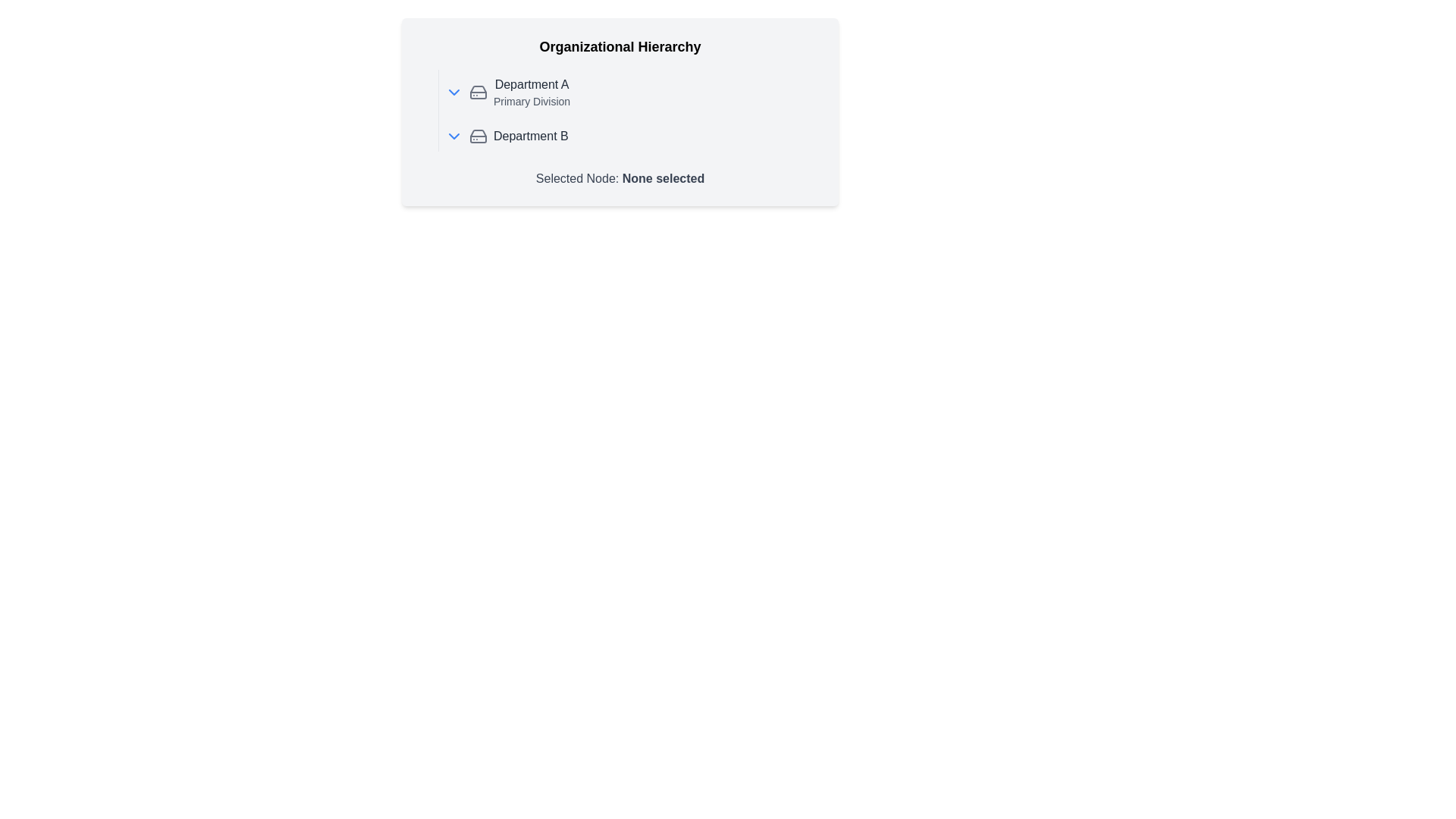 This screenshot has width=1456, height=819. What do you see at coordinates (620, 177) in the screenshot?
I see `the text label that indicates the currently selected node in the organizational hierarchy, located at the bottom of the hierarchy card below 'Department B'` at bounding box center [620, 177].